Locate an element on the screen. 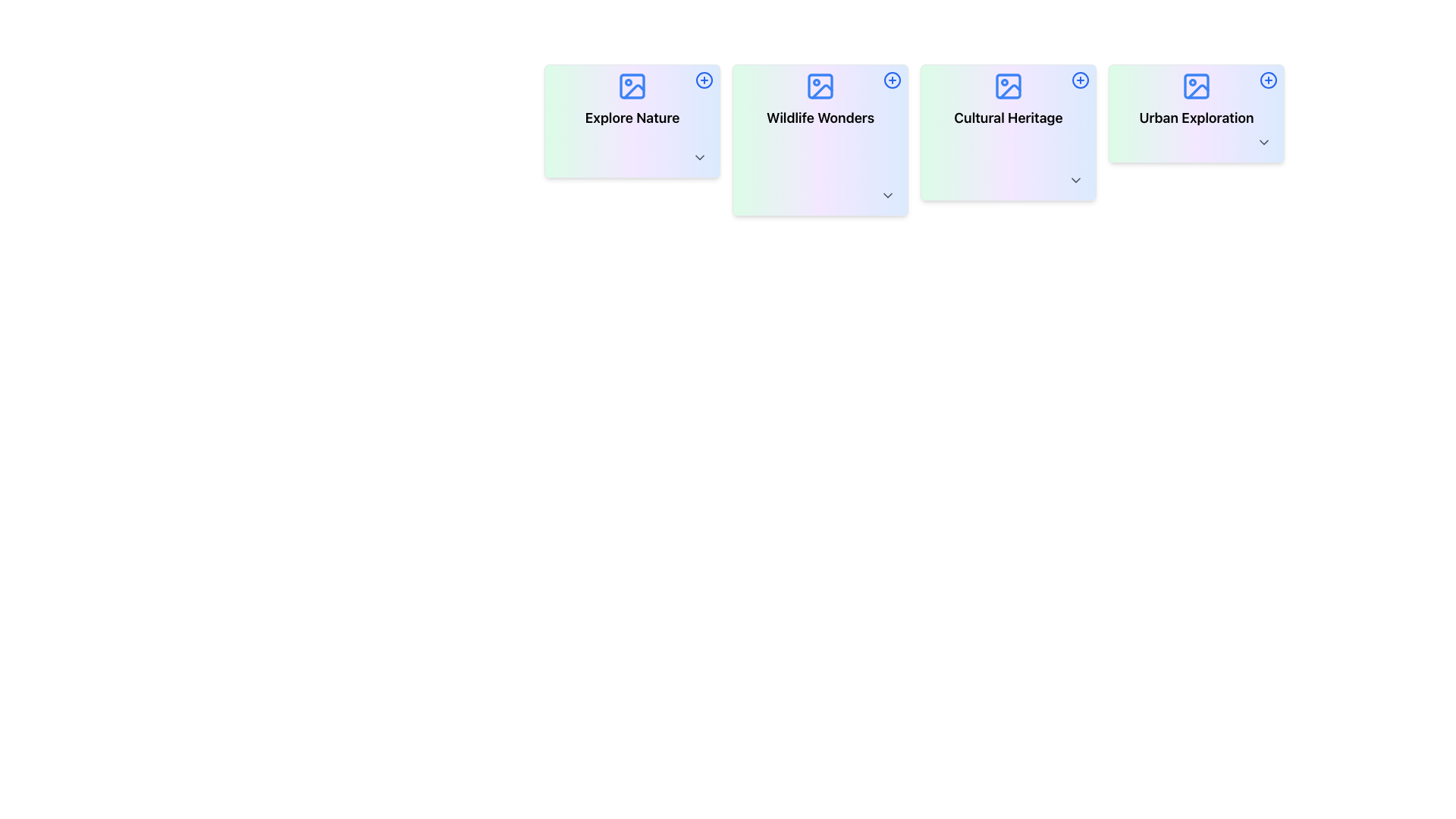  the center of the 'Explore Nature' card, which is the first card in the grid layout located in the top-left corner is located at coordinates (632, 120).